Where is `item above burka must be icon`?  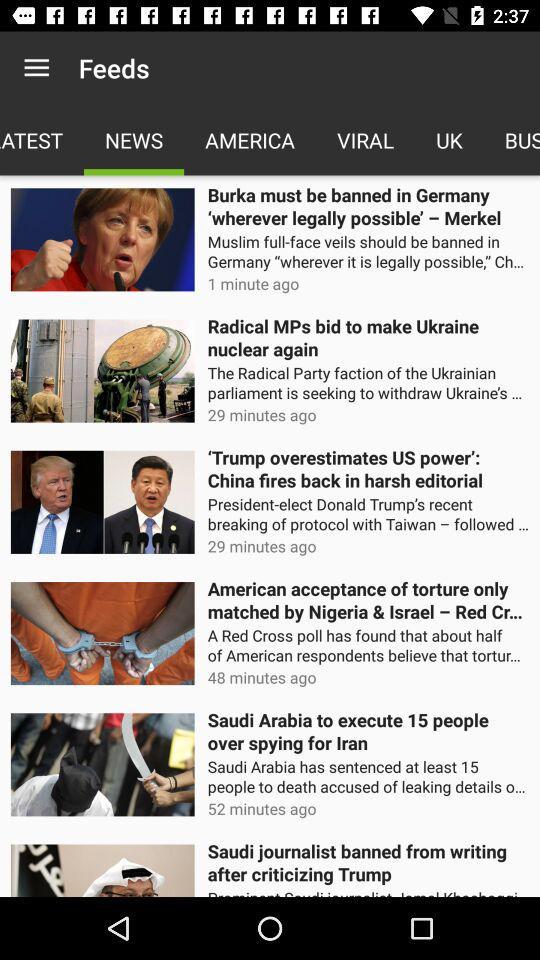
item above burka must be icon is located at coordinates (364, 139).